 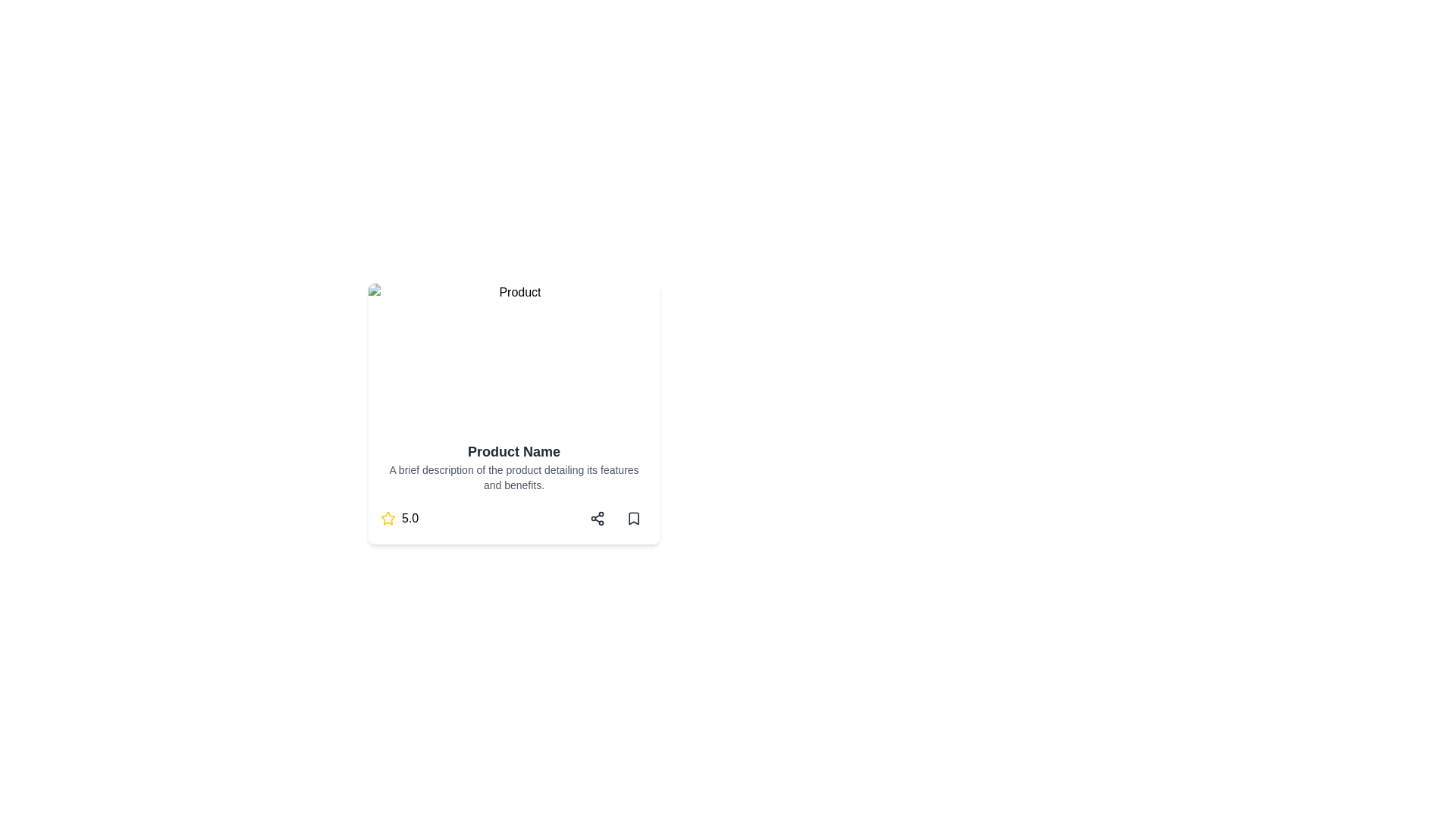 I want to click on the sharing button, which features an icon of three connected dots, located at the bottom right of the product card, so click(x=596, y=517).